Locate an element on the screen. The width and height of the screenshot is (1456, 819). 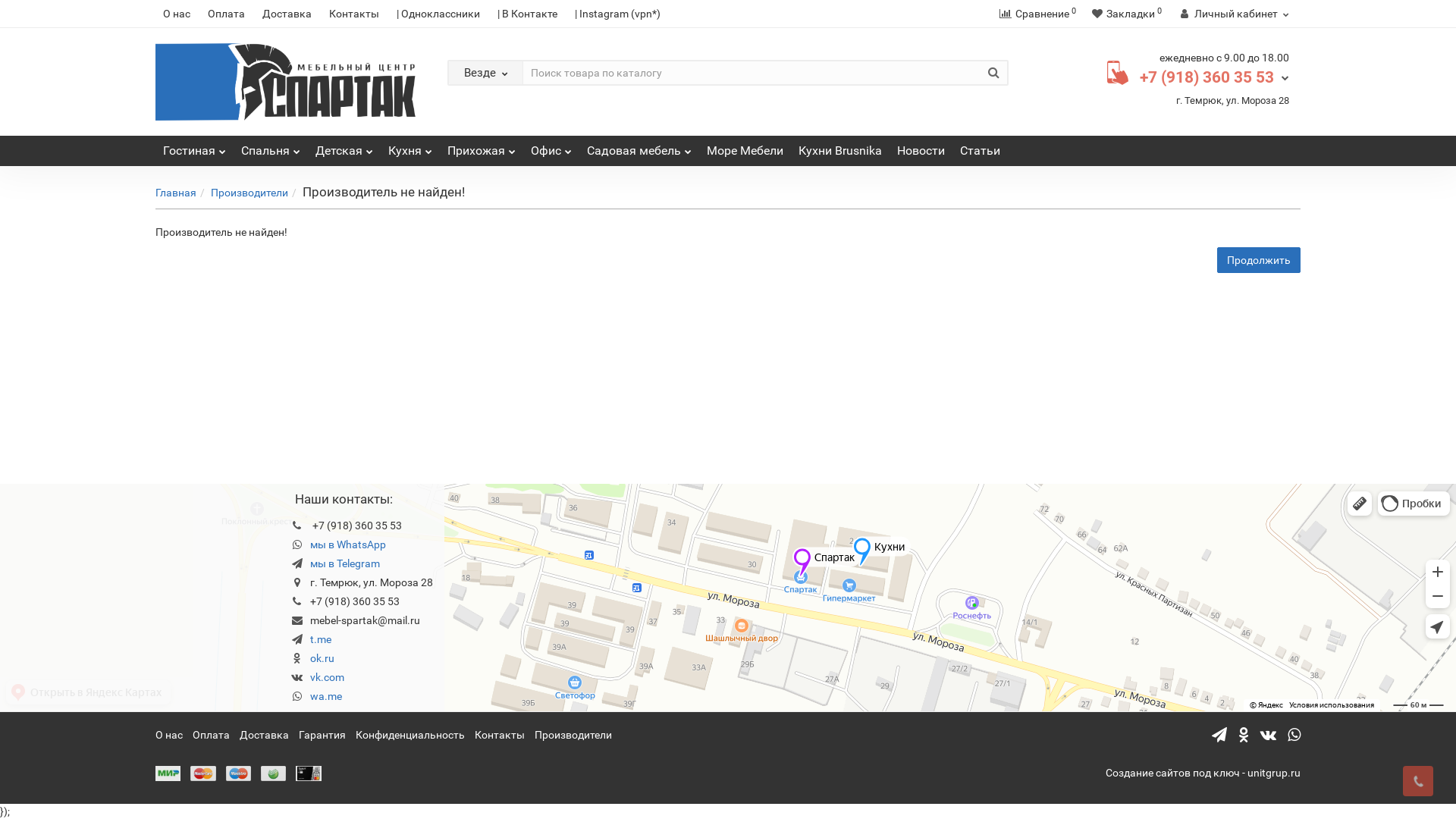
'| Instagram (vpn*)' is located at coordinates (617, 14).